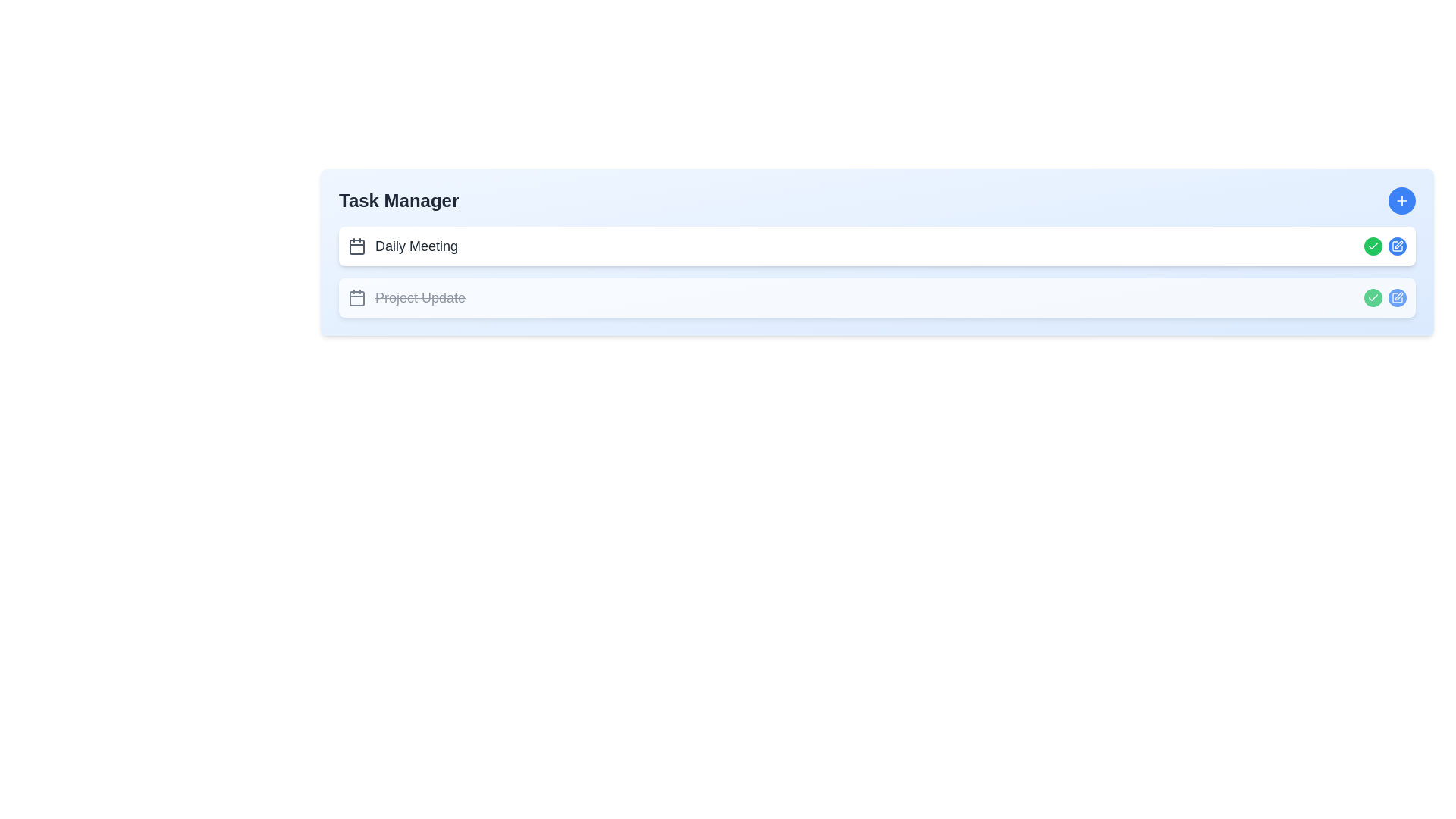  Describe the element at coordinates (356, 246) in the screenshot. I see `the calendar icon component displayed next to the 'Daily Meeting' label in the 'Task Manager' interface` at that location.